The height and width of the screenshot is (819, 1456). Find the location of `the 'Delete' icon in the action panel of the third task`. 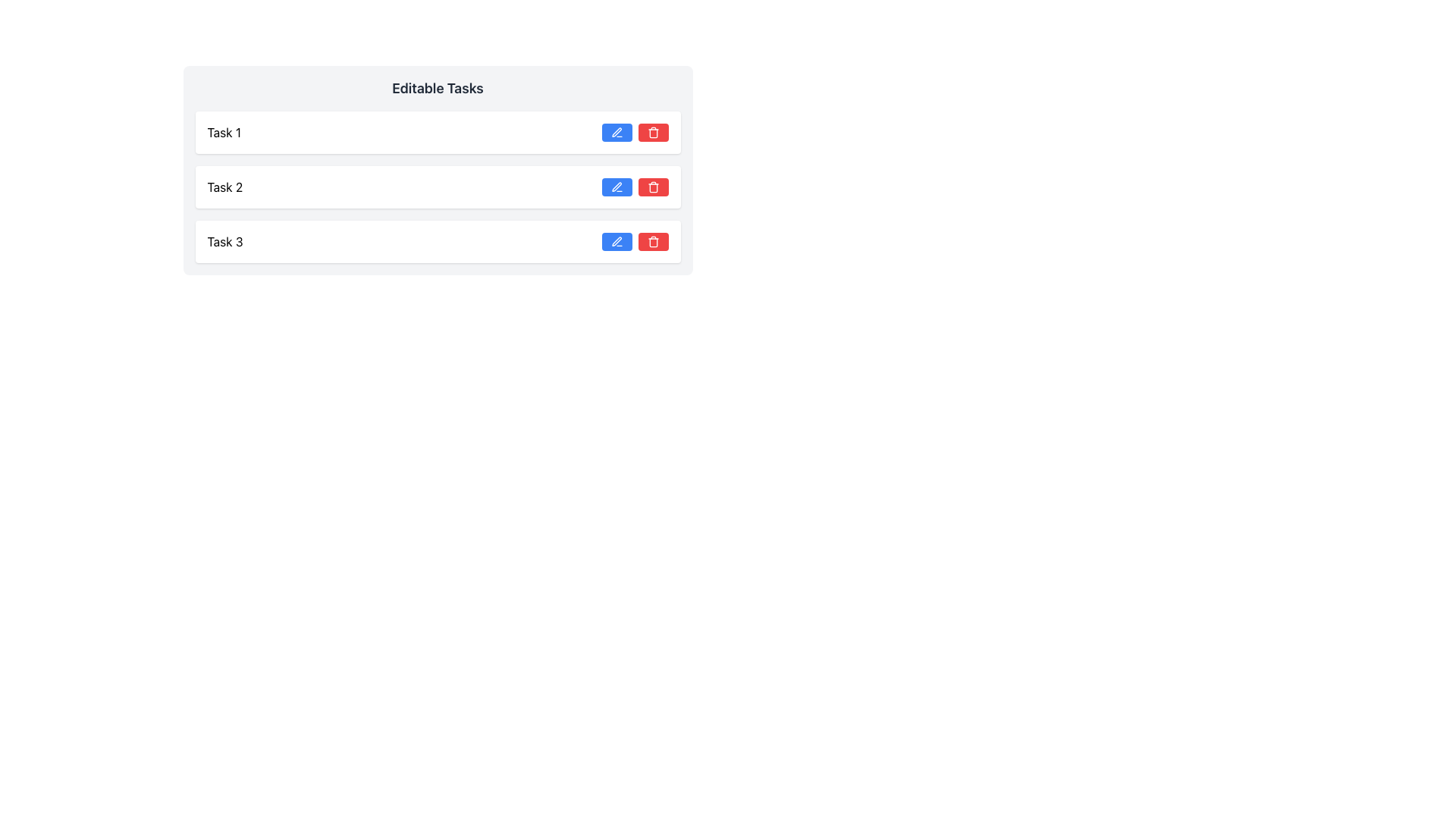

the 'Delete' icon in the action panel of the third task is located at coordinates (653, 131).